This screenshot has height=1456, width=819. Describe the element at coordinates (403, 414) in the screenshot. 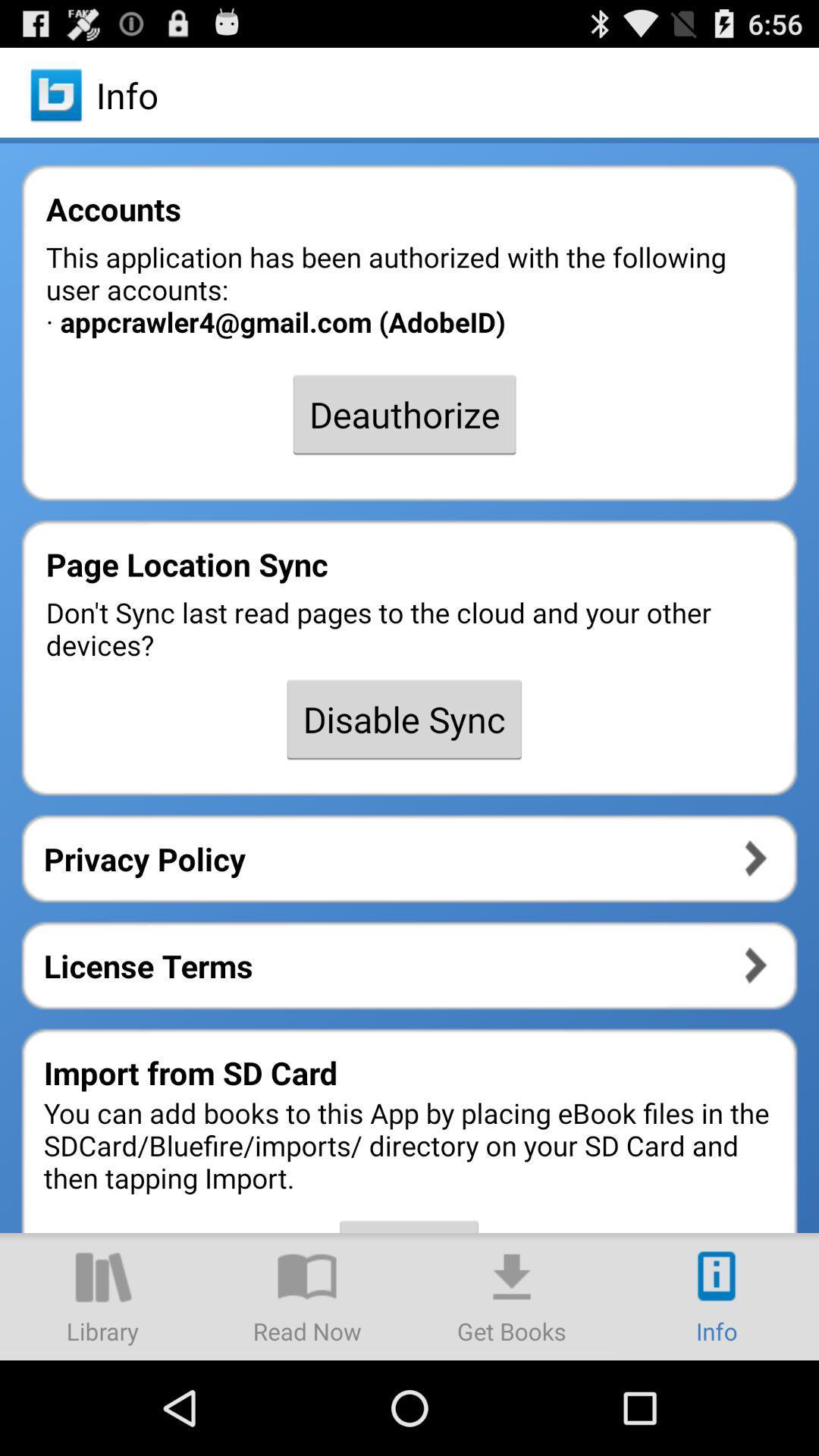

I see `the deauthorize icon` at that location.